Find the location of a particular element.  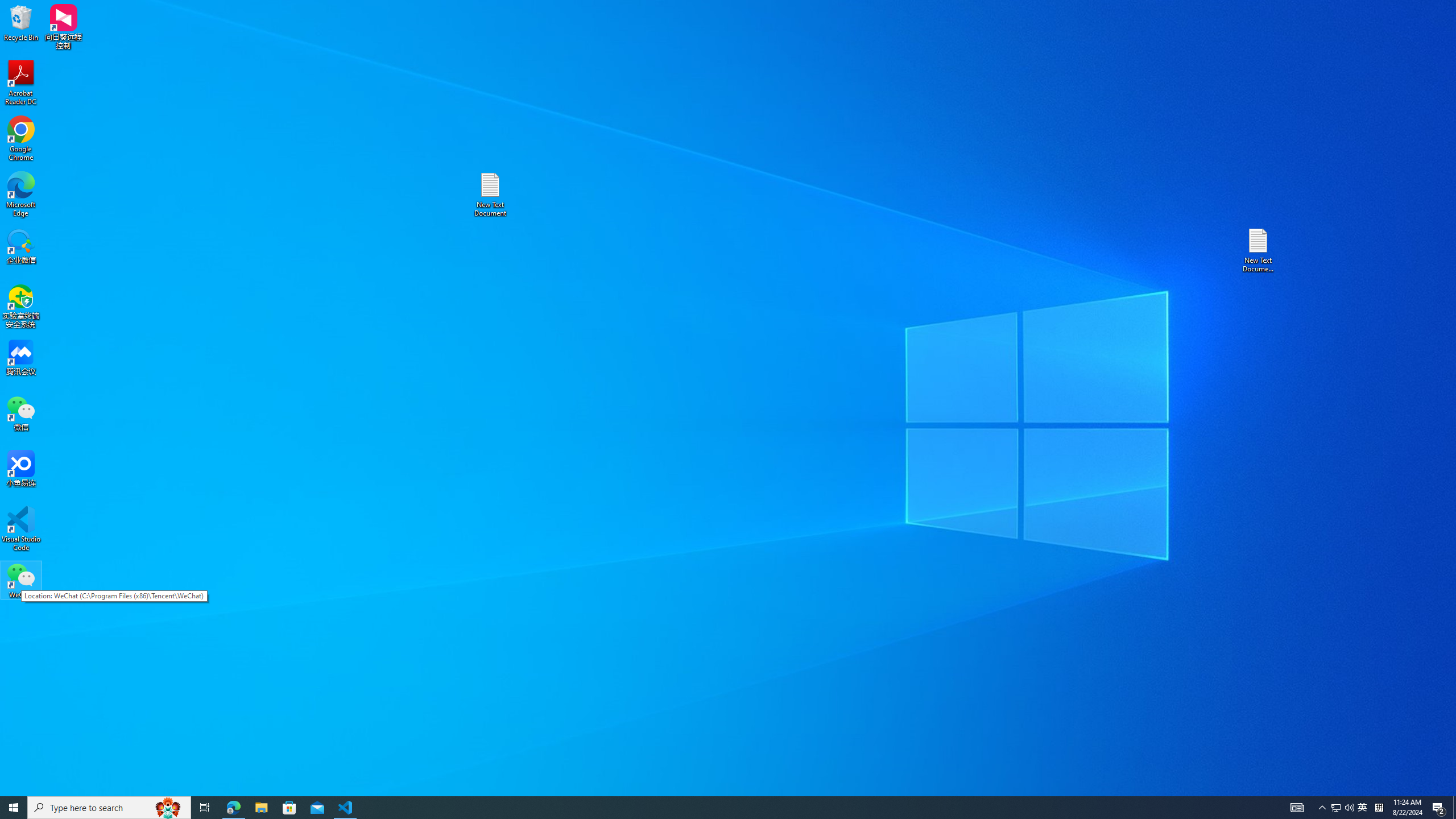

'Recycle Bin' is located at coordinates (20, 22).